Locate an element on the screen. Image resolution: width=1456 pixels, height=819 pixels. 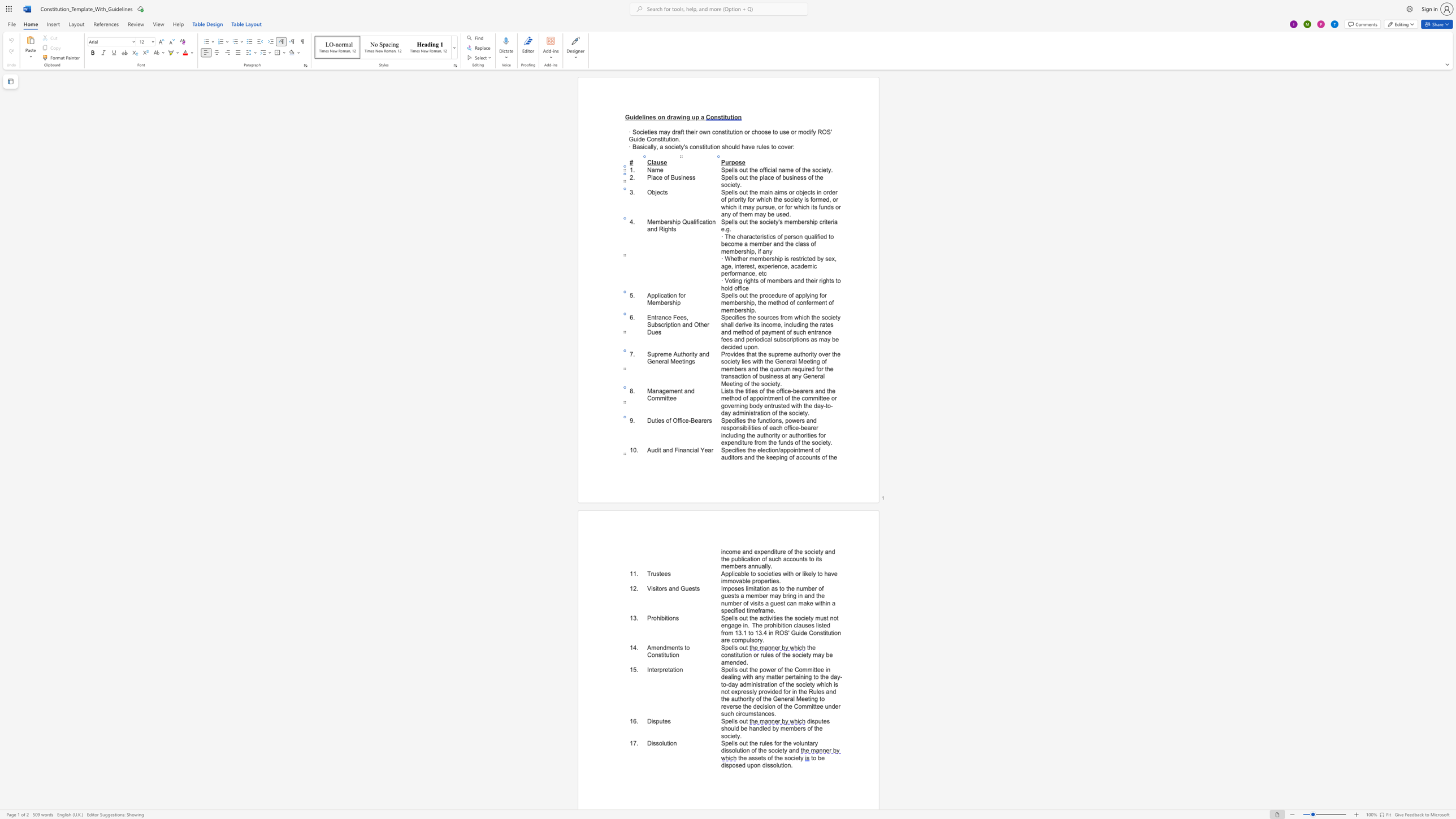
the 1th character "c" in the text is located at coordinates (735, 573).